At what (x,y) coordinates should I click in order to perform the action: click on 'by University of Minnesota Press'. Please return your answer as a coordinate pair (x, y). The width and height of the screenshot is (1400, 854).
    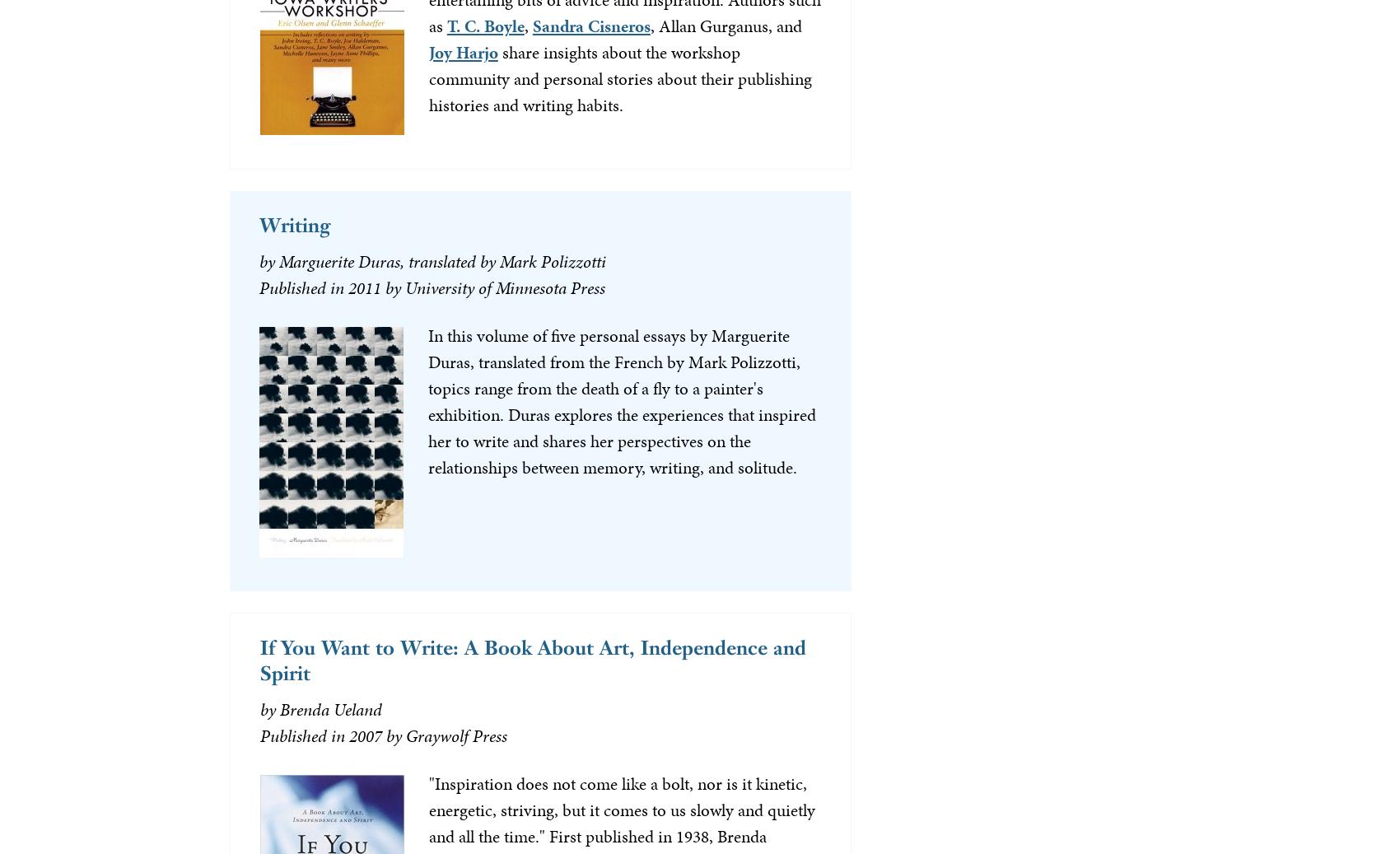
    Looking at the image, I should click on (493, 286).